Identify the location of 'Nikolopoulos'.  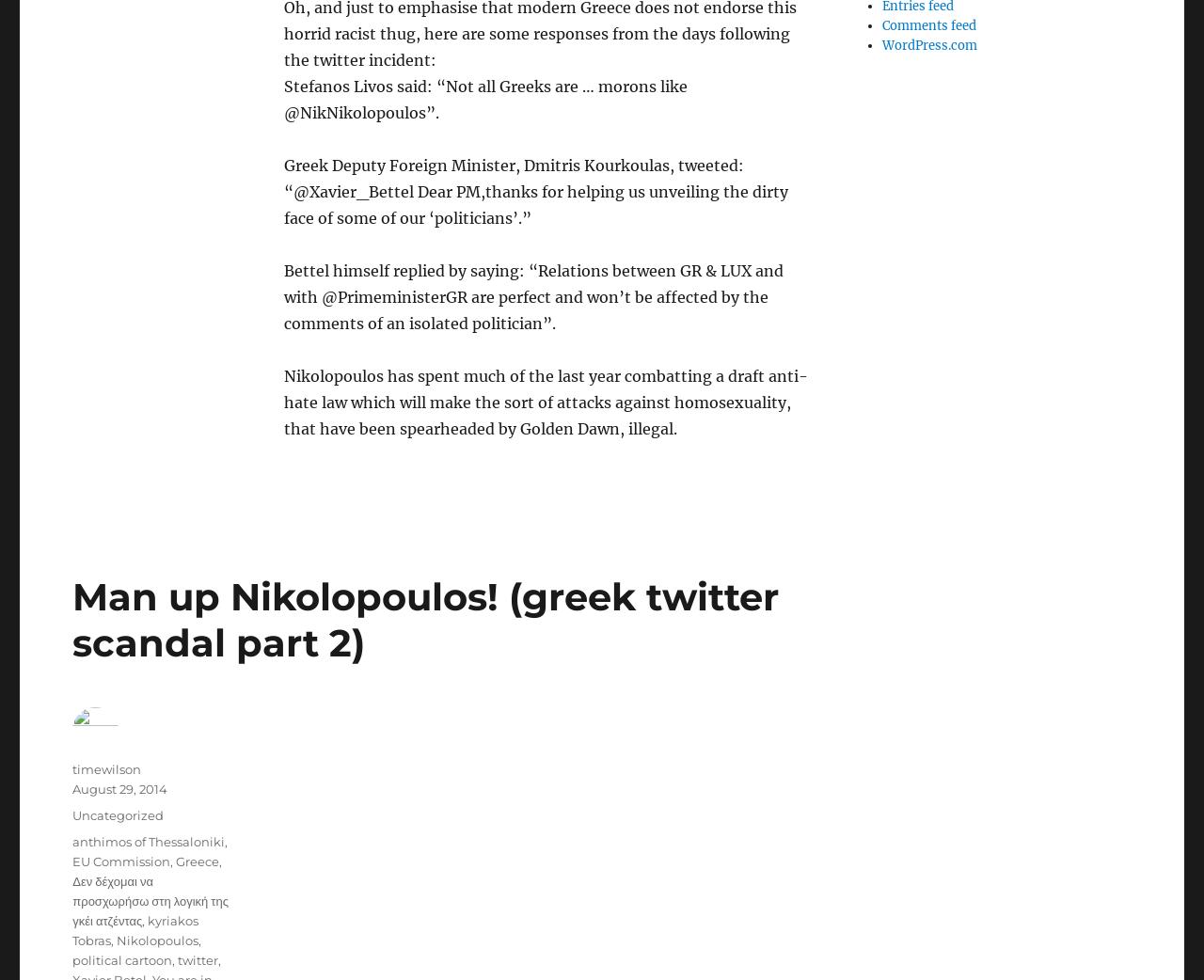
(157, 940).